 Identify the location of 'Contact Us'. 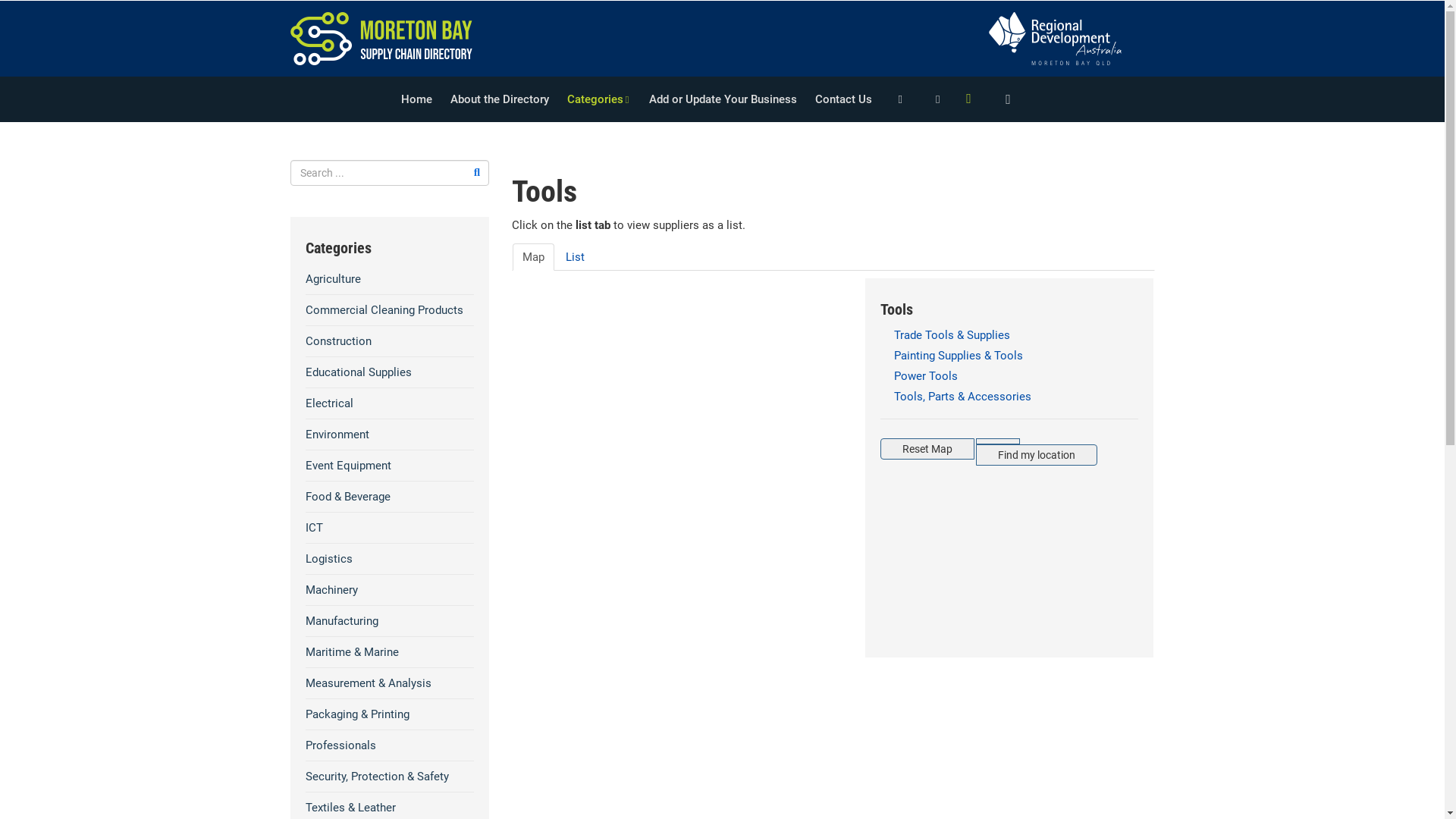
(805, 99).